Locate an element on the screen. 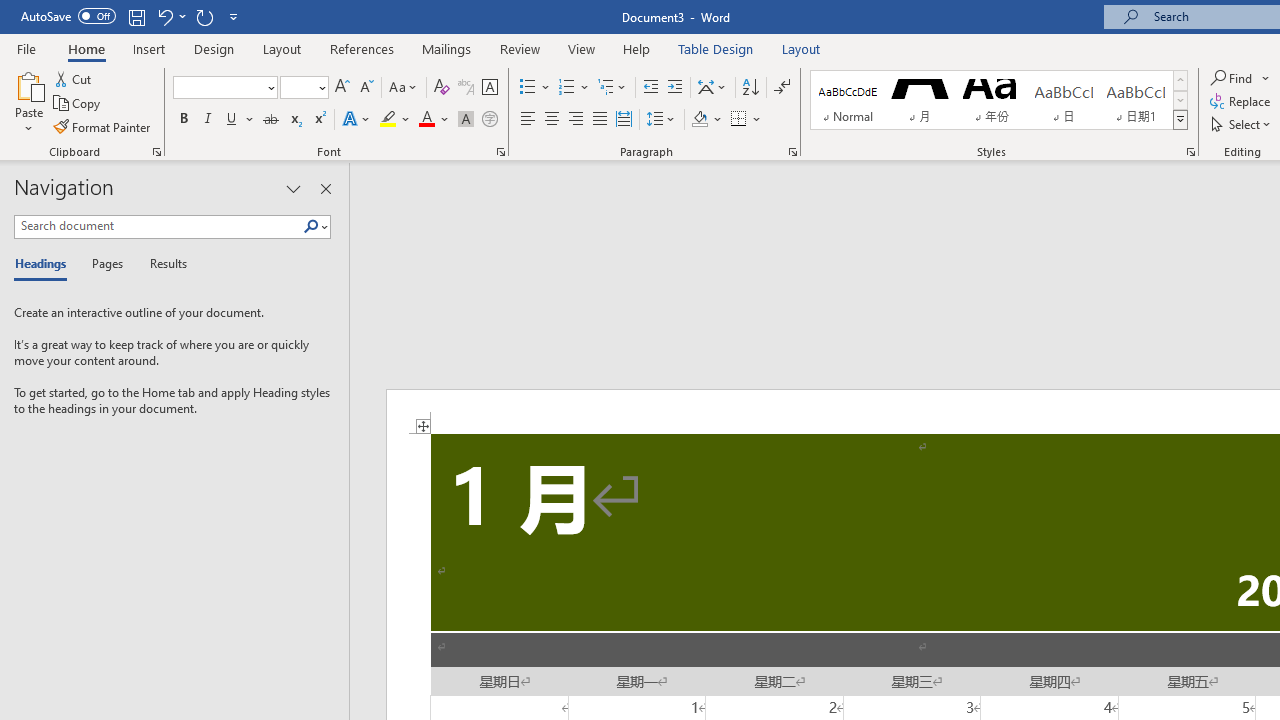 The image size is (1280, 720). 'Find' is located at coordinates (1232, 77).